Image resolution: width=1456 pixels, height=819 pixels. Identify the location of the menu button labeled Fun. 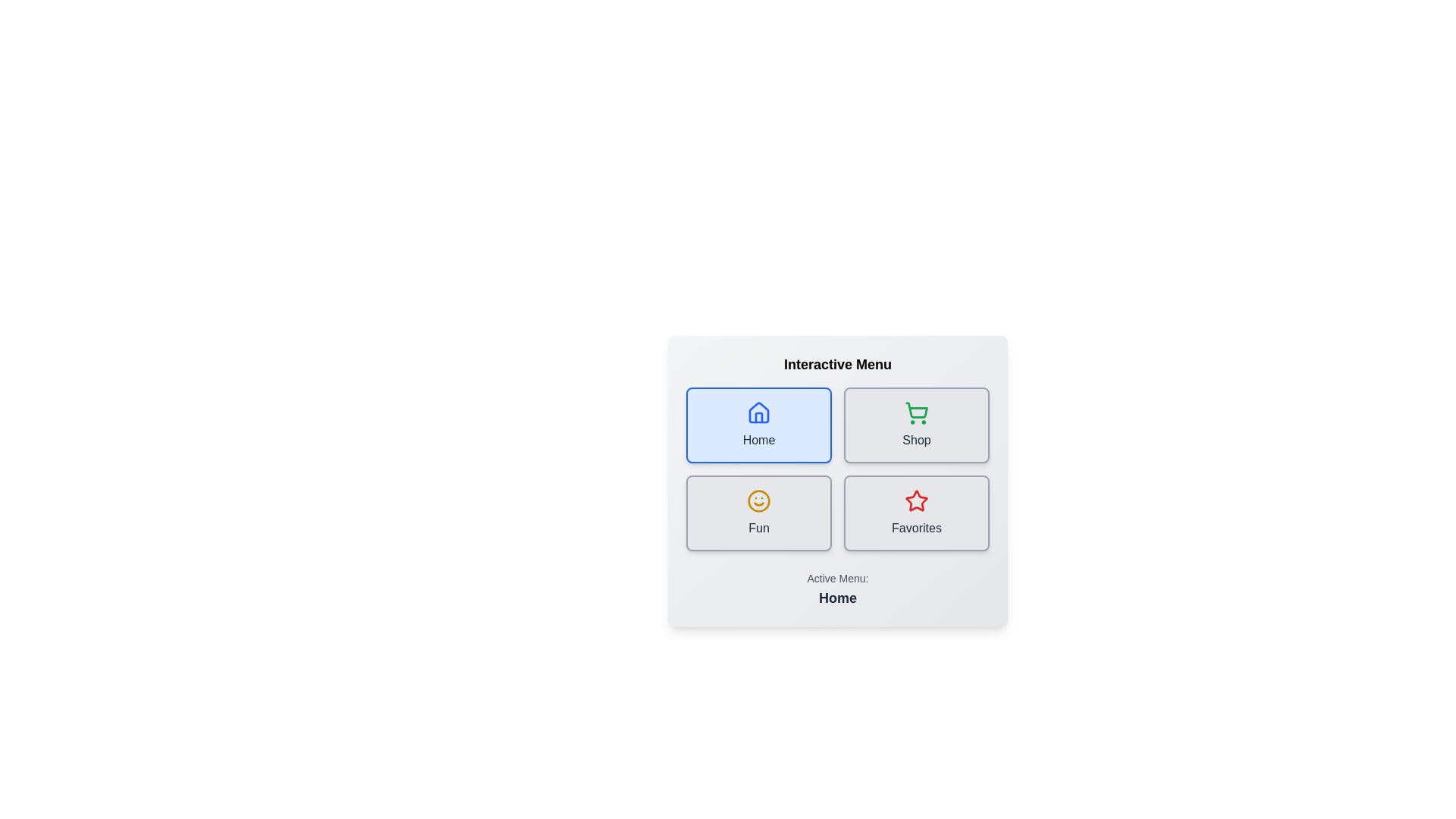
(759, 513).